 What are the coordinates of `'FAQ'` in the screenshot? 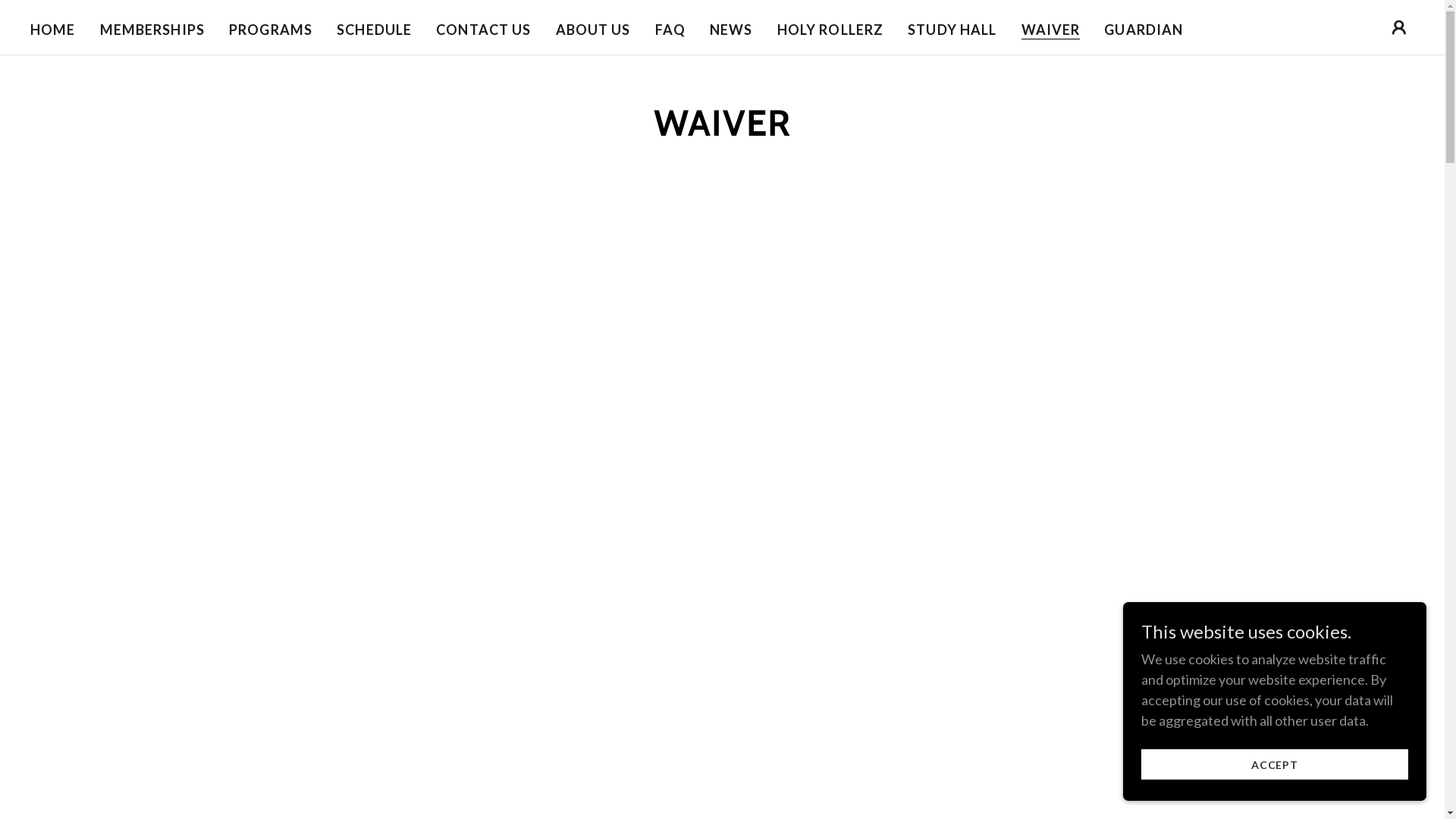 It's located at (669, 29).